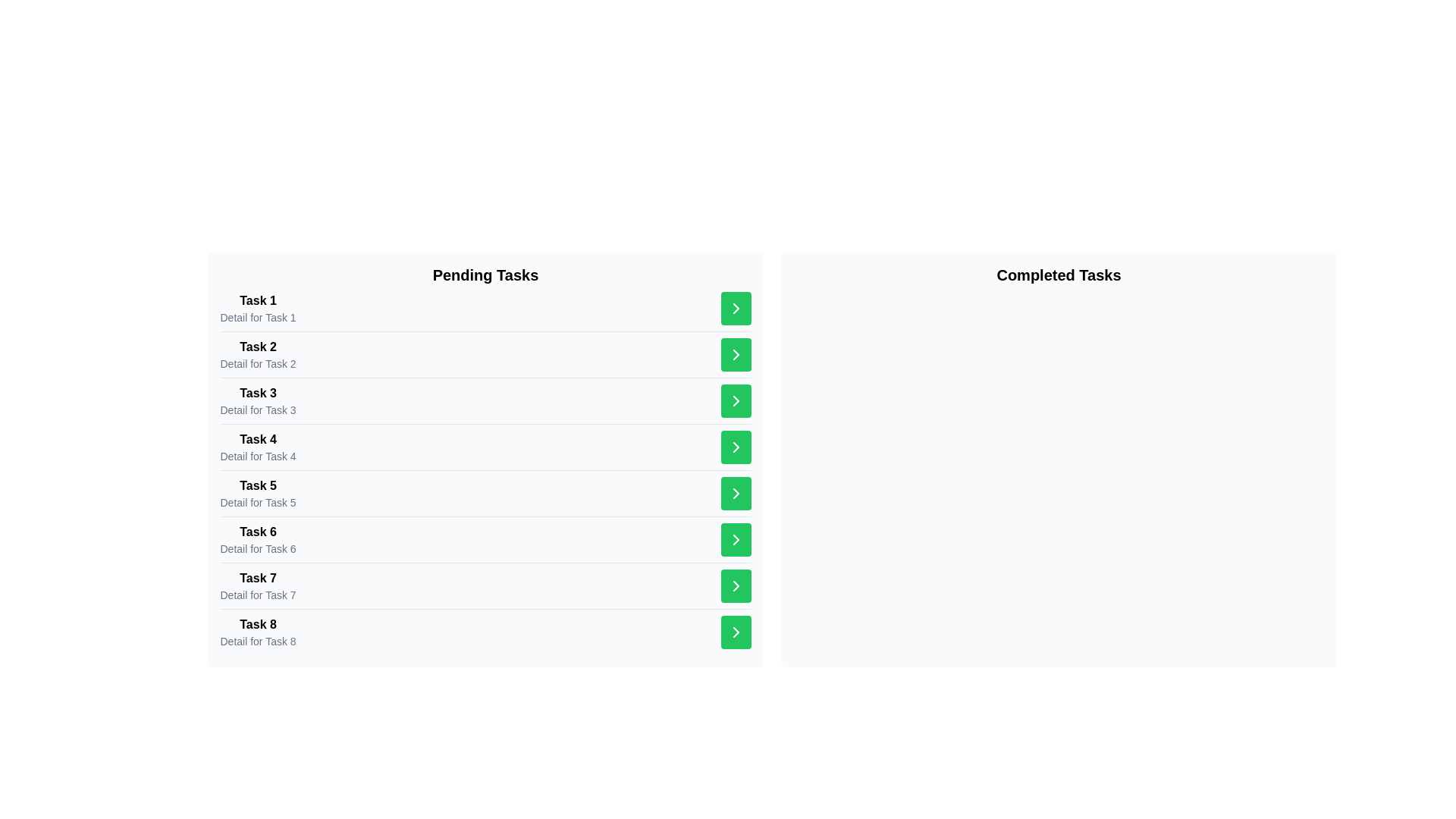  What do you see at coordinates (258, 549) in the screenshot?
I see `the text element that reads 'Detail for Task 6', which is located directly beneath the heading 'Task 6' in the 'Pending Tasks' section` at bounding box center [258, 549].